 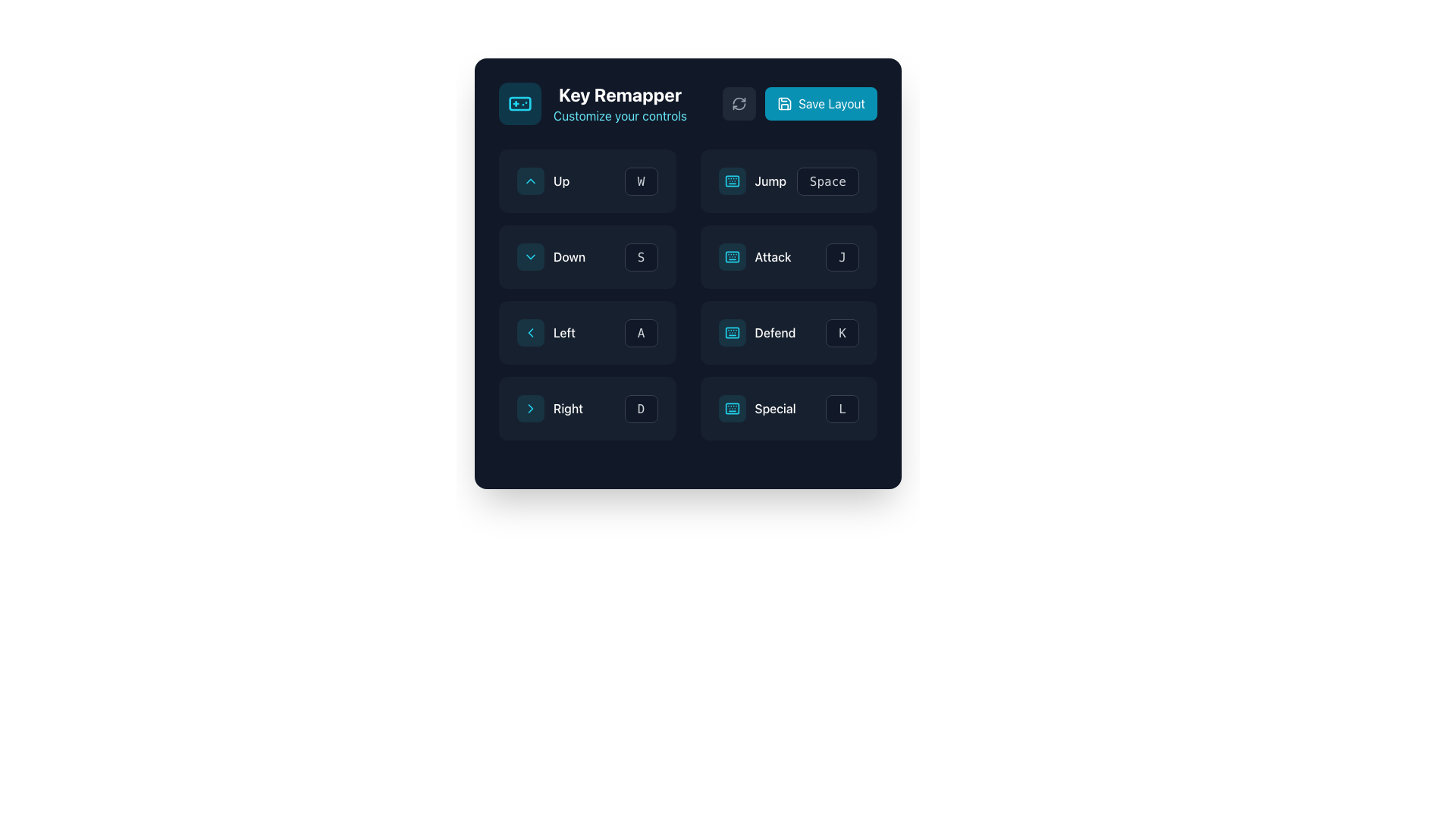 What do you see at coordinates (641, 332) in the screenshot?
I see `the button that displays the keybinding for the 'Left' action, which shows that the 'A' key is currently assigned to it` at bounding box center [641, 332].